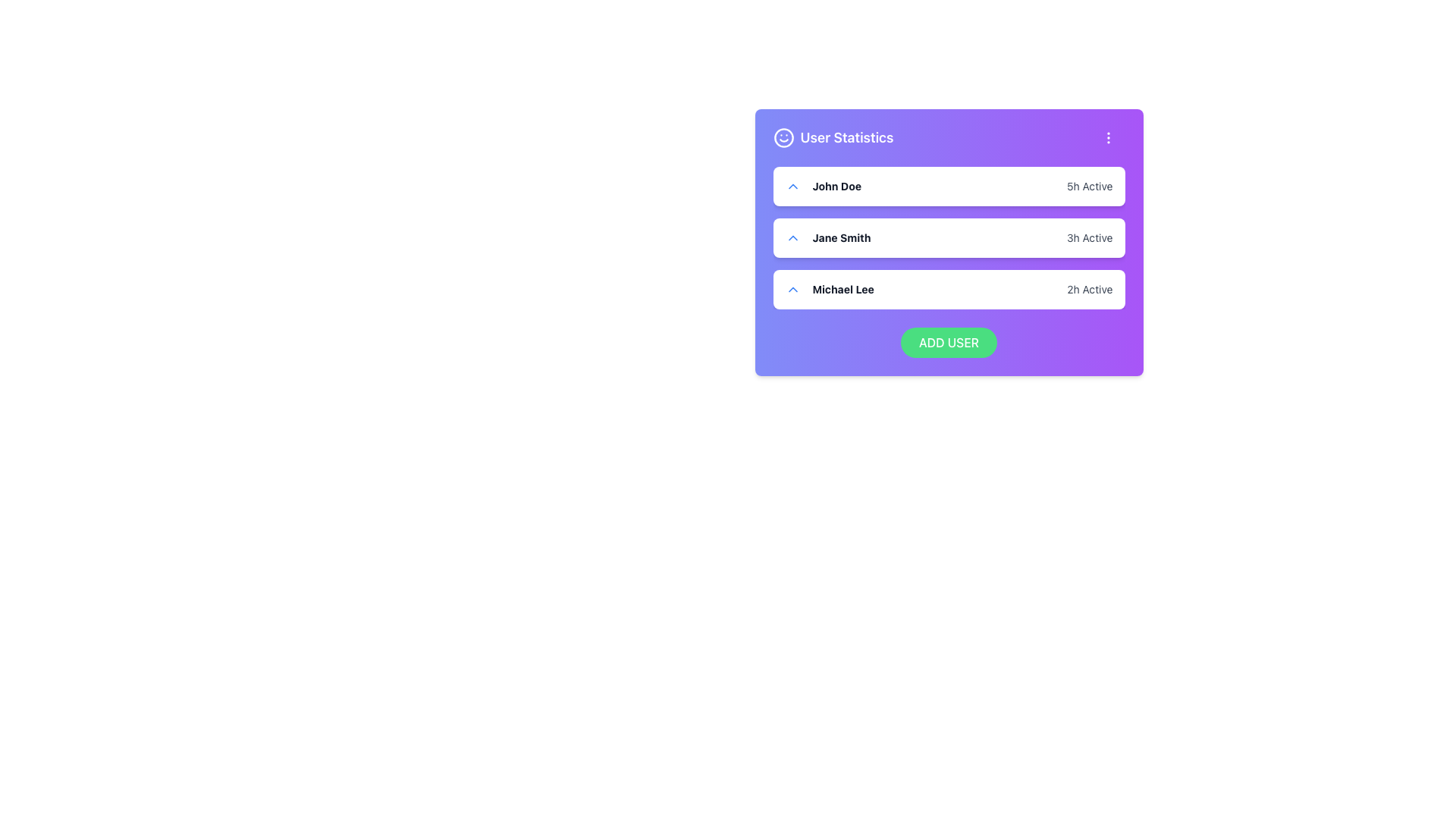 This screenshot has height=819, width=1456. Describe the element at coordinates (948, 237) in the screenshot. I see `information displayed in the second row of the user statistics section, which shows 'Jane Smith' as the user's name and '3h Active' as the activity description` at that location.